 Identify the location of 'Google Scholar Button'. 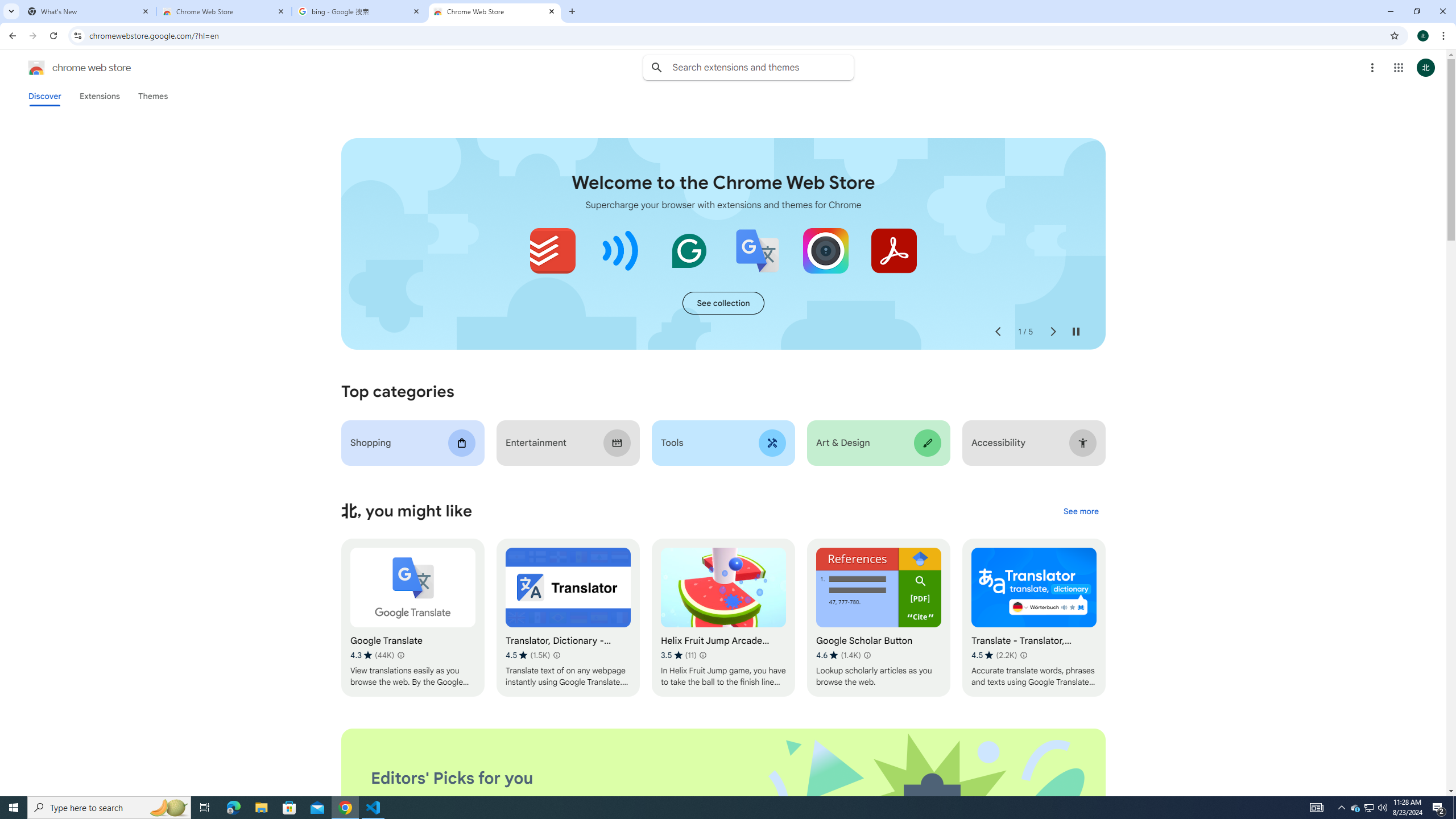
(878, 617).